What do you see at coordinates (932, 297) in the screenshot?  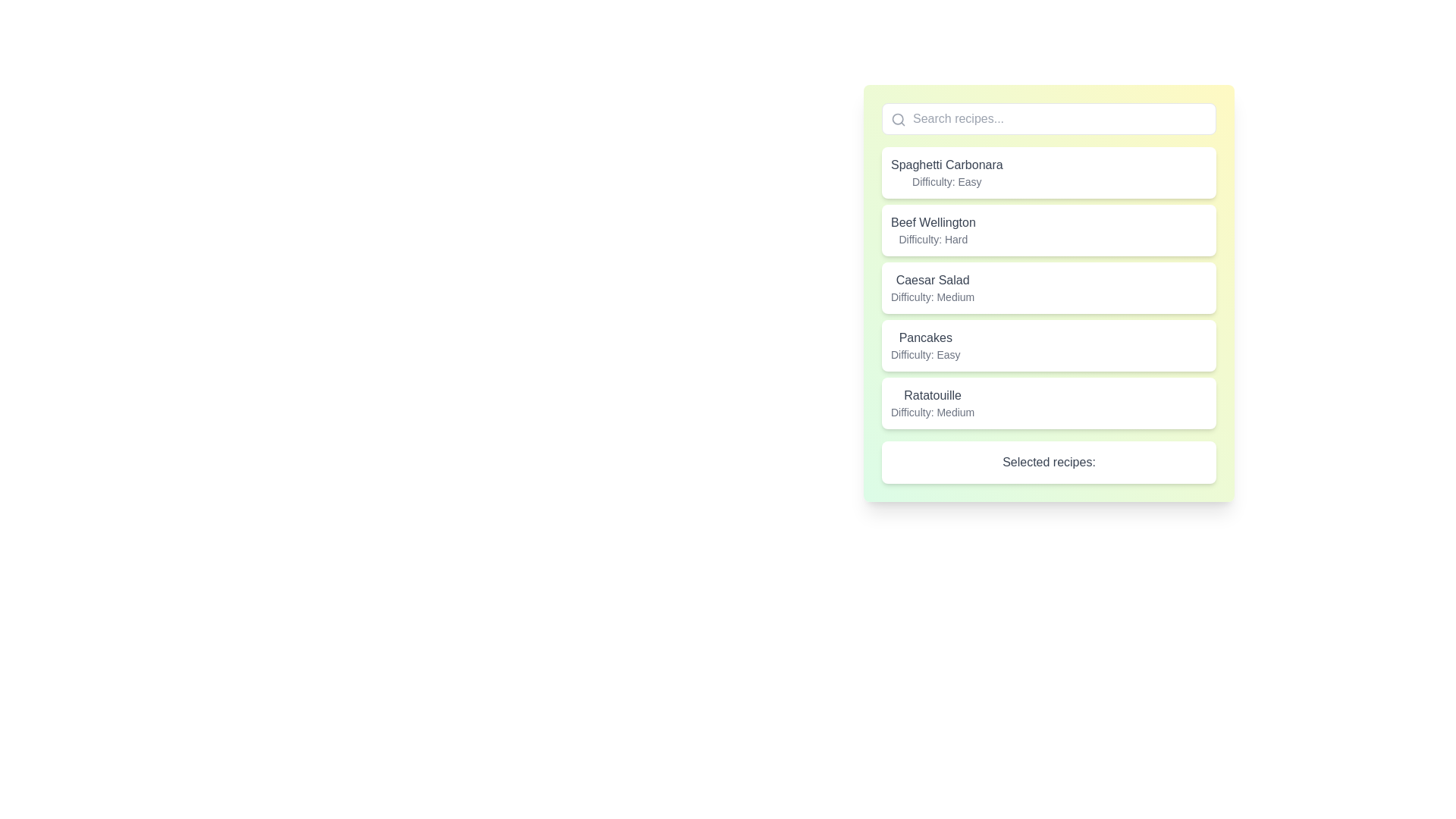 I see `the text label displaying 'Difficulty: Medium', which is styled in a small gray font and located inside the third recipe card, directly below 'Caesar Salad'` at bounding box center [932, 297].